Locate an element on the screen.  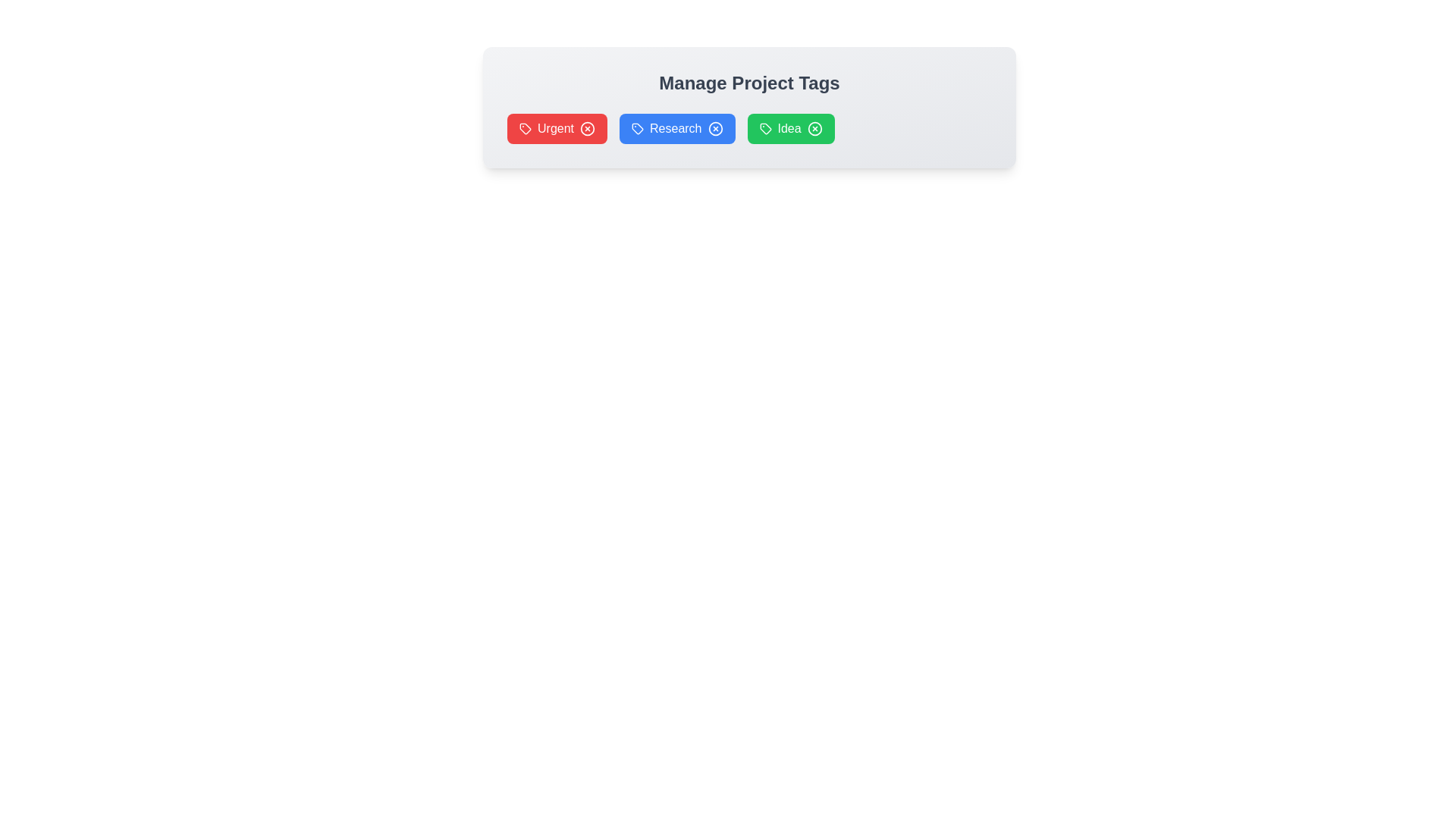
the remove button of the tag labeled Idea is located at coordinates (814, 127).